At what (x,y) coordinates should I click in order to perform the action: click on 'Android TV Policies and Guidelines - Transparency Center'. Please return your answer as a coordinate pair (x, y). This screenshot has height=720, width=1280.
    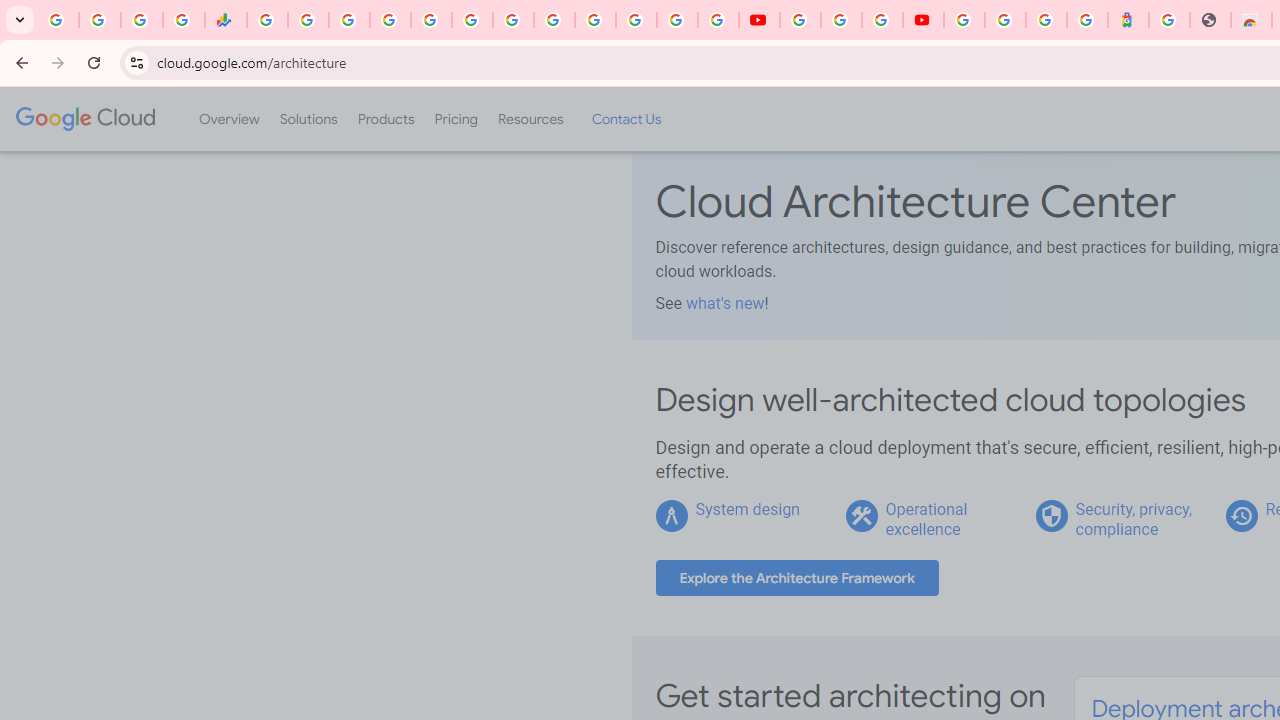
    Looking at the image, I should click on (513, 20).